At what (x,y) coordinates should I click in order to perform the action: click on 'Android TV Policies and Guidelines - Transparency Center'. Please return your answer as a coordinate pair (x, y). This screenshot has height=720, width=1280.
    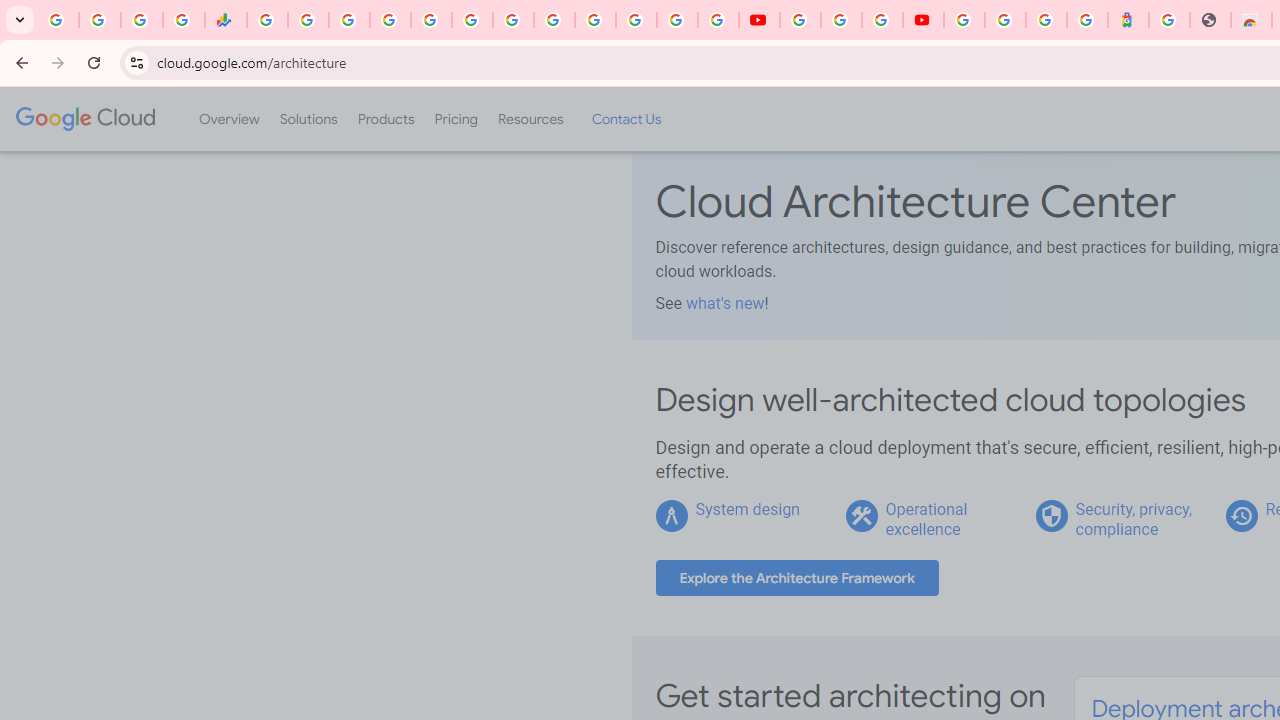
    Looking at the image, I should click on (513, 20).